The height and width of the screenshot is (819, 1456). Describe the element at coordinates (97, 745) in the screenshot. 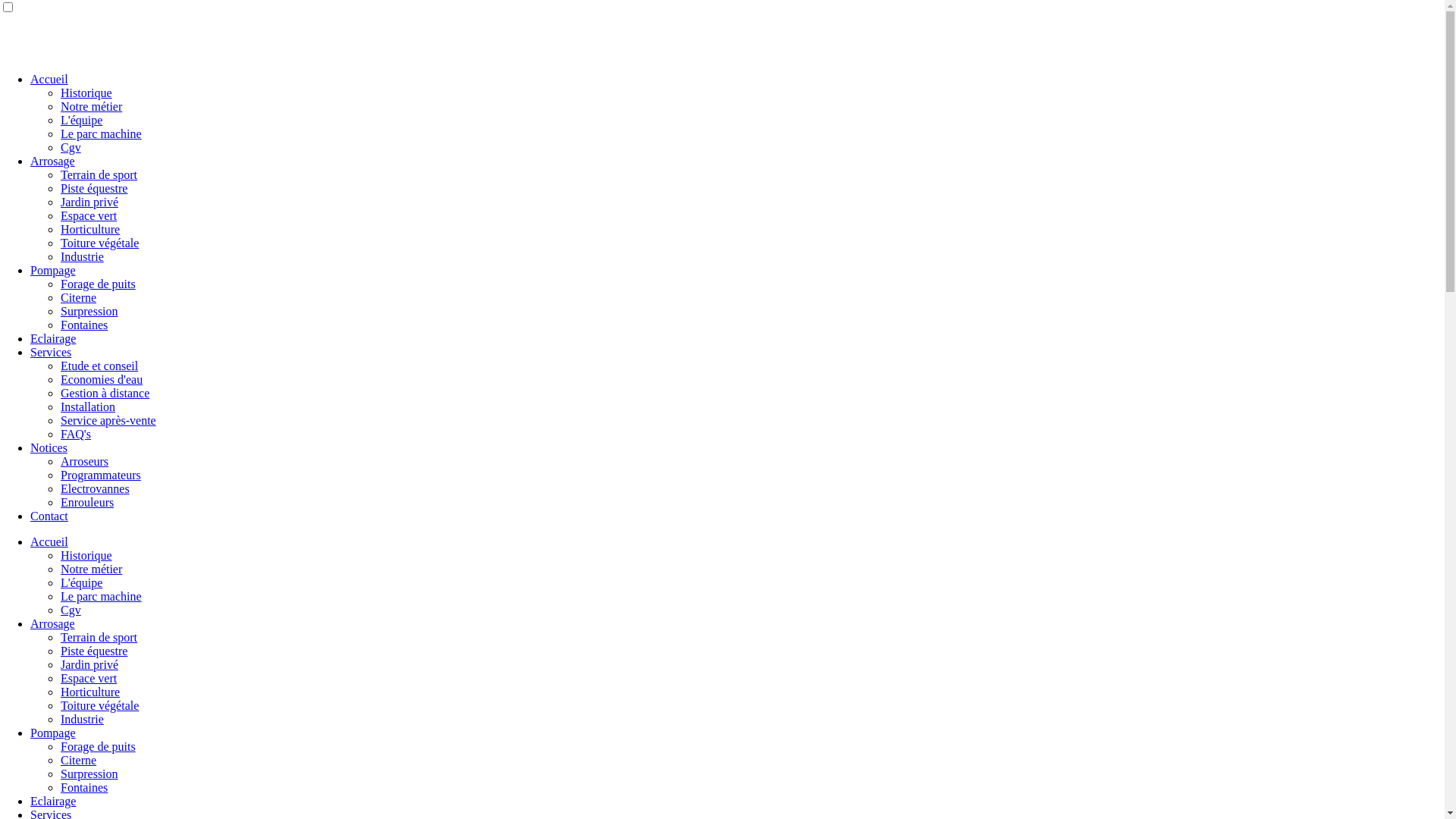

I see `'Forage de puits'` at that location.